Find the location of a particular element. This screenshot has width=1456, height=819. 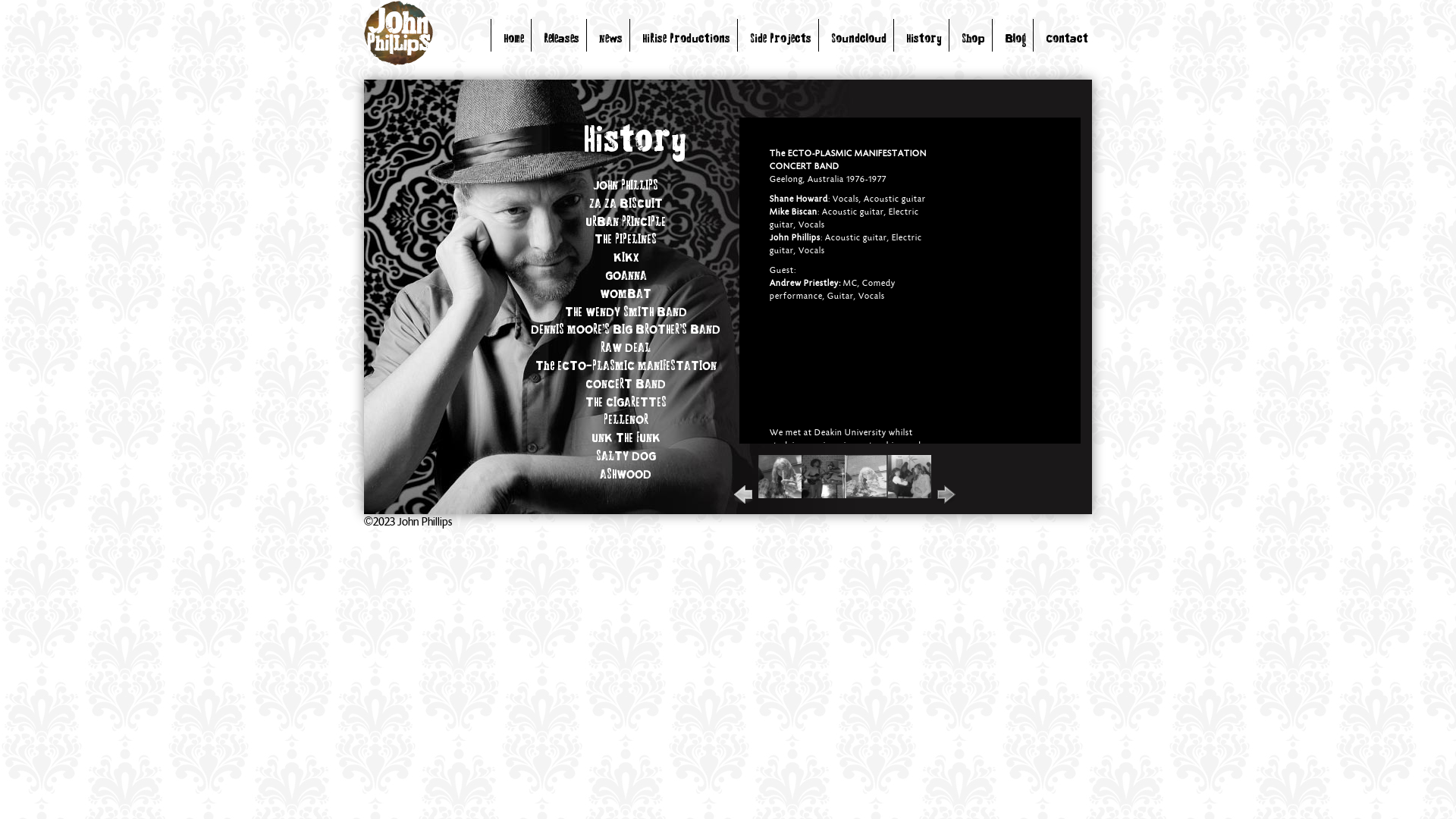

'Releases' is located at coordinates (560, 39).